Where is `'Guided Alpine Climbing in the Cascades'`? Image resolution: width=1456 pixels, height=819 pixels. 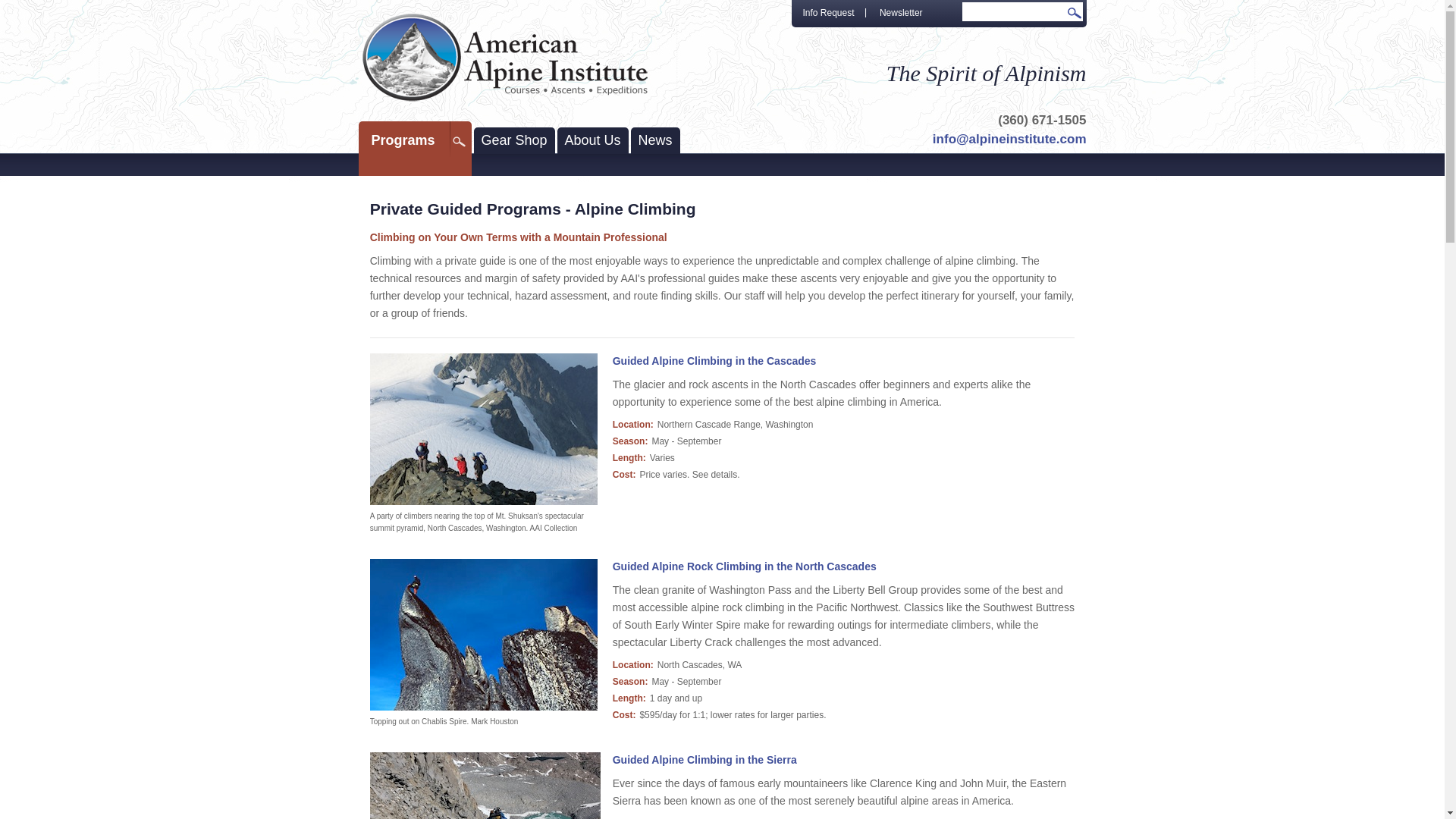
'Guided Alpine Climbing in the Cascades' is located at coordinates (483, 429).